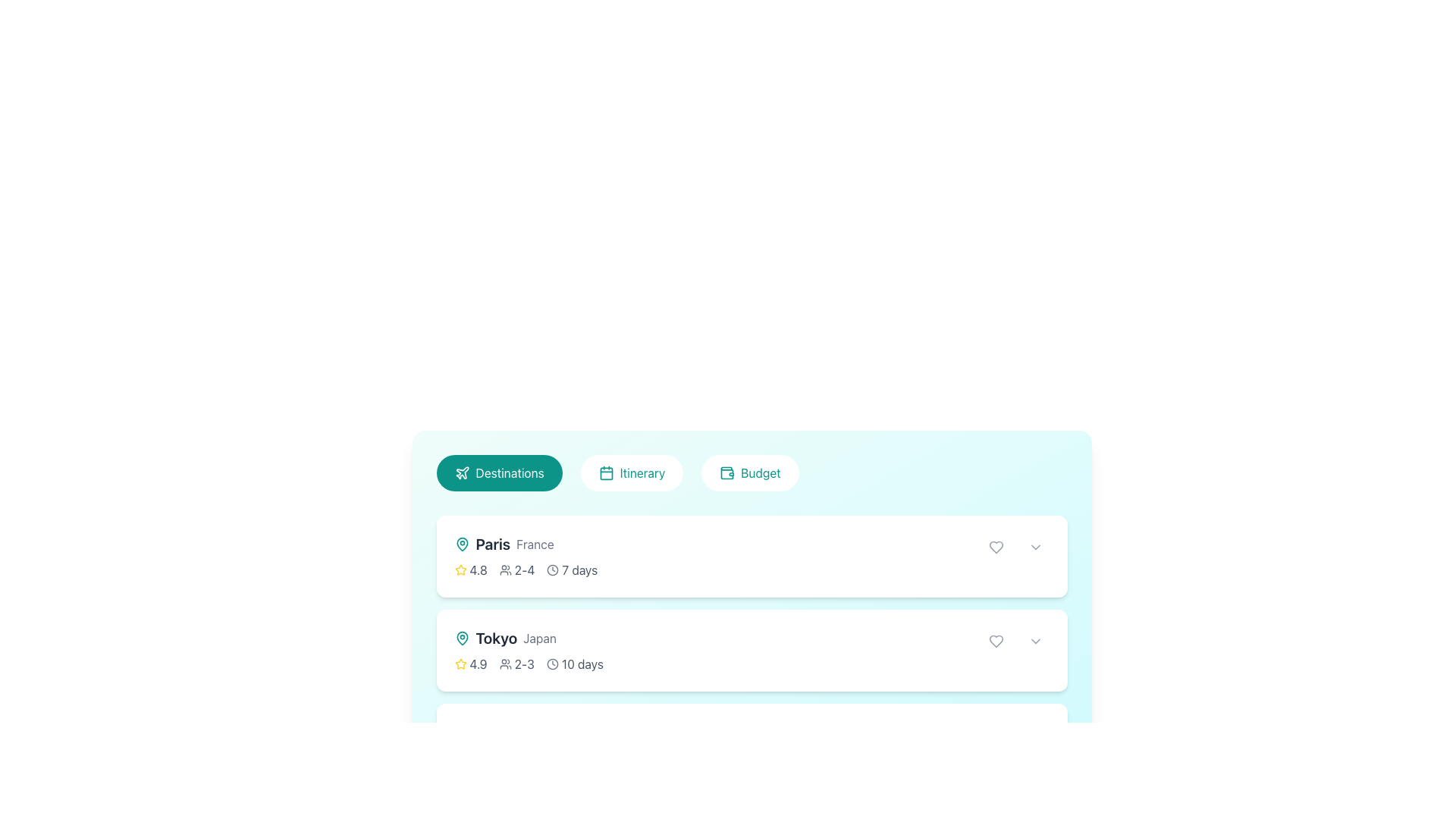  I want to click on text '10 days' which is displayed in a subdued gray color next to a clock icon in the second item of a vertical list, so click(582, 663).